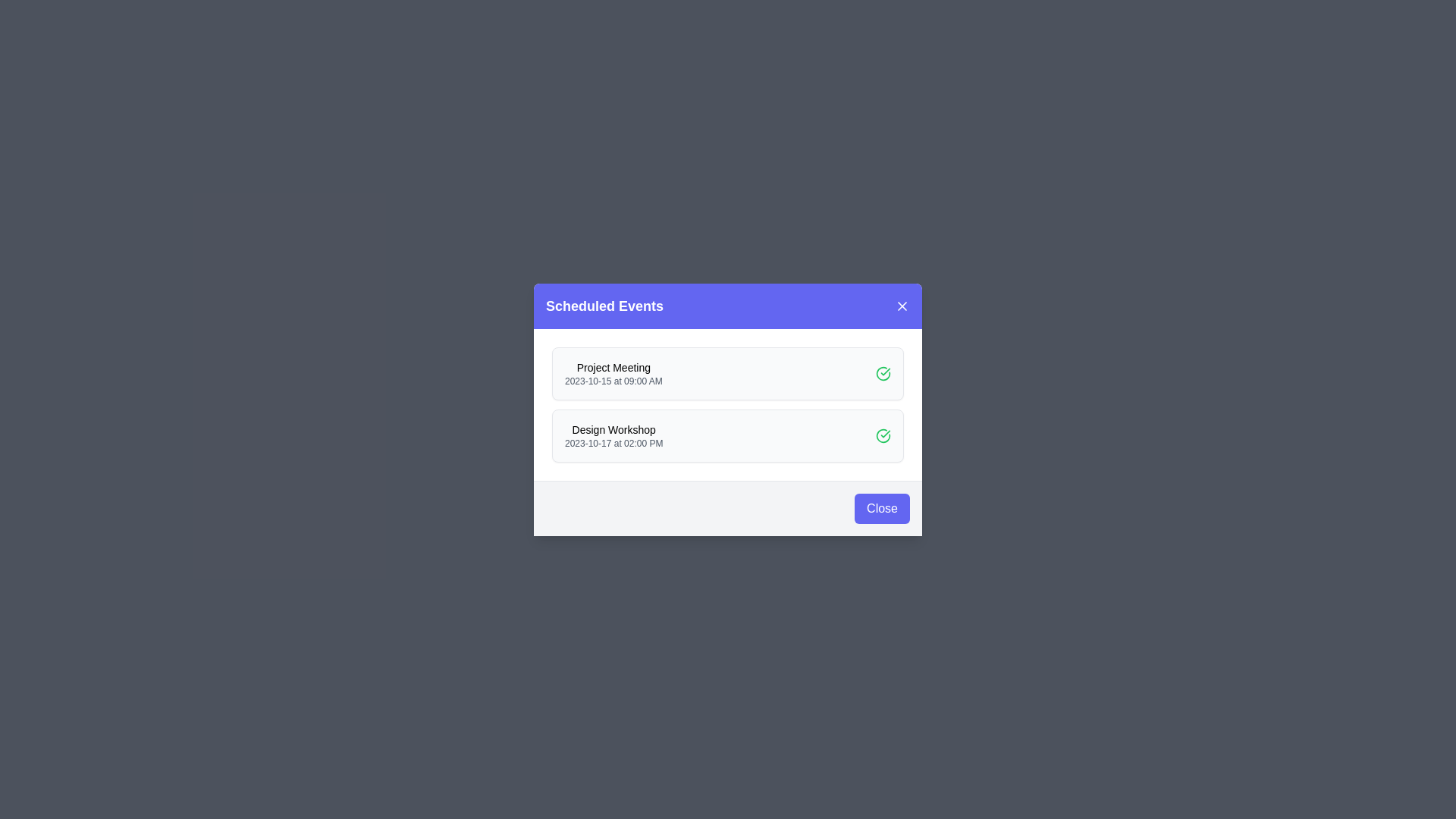 This screenshot has height=819, width=1456. I want to click on the visual state of the Status Icon indicating the completion of the 'Design Workshop' event, located as the rightmost component of its row adjacent to the timestamp, so click(883, 435).